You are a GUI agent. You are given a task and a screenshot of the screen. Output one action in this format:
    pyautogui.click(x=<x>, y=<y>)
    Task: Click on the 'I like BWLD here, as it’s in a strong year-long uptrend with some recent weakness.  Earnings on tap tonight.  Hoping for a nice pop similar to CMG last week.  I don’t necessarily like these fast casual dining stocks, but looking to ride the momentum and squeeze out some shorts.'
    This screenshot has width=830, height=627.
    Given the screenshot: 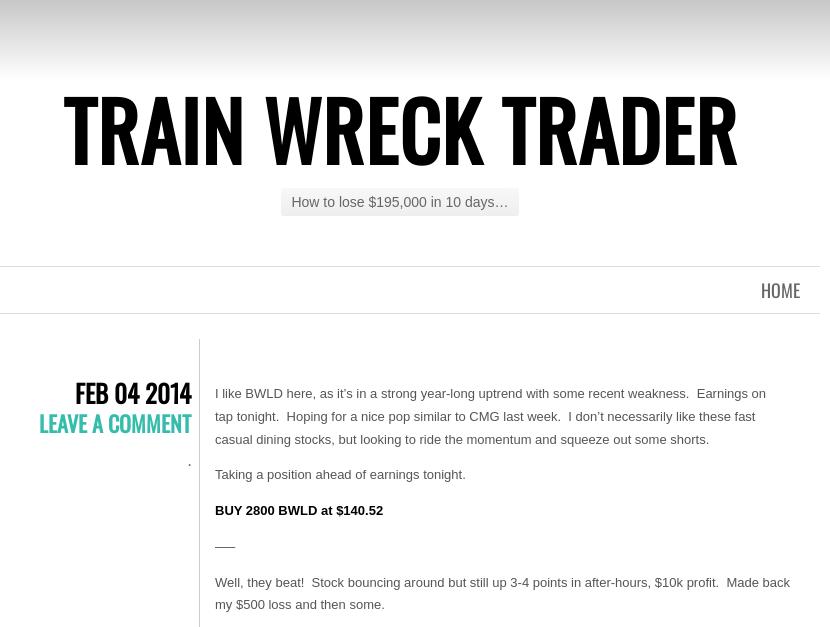 What is the action you would take?
    pyautogui.click(x=213, y=415)
    